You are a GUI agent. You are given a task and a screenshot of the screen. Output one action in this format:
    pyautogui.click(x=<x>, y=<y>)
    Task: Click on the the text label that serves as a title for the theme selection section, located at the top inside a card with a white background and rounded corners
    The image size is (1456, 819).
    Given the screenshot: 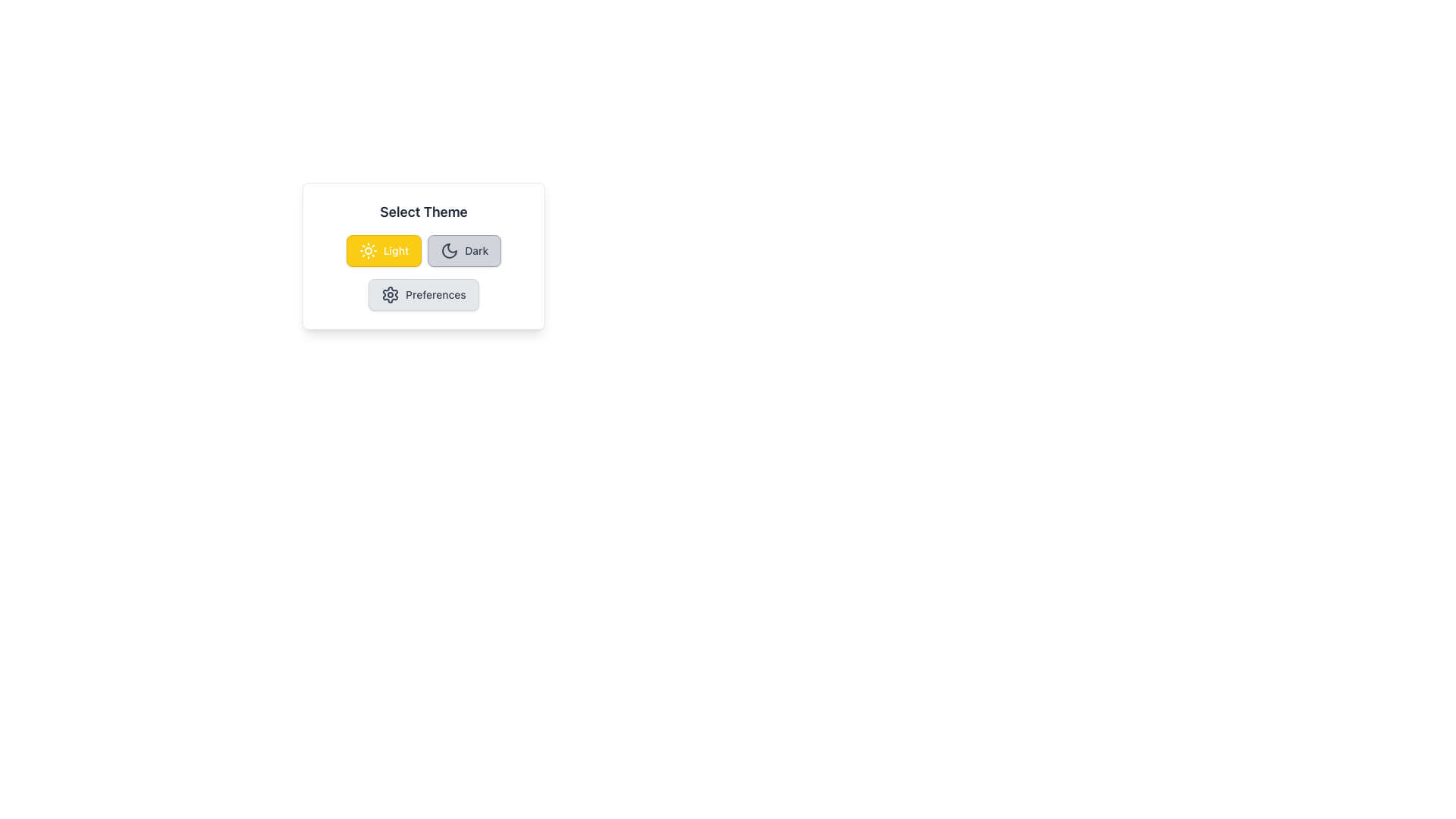 What is the action you would take?
    pyautogui.click(x=423, y=212)
    